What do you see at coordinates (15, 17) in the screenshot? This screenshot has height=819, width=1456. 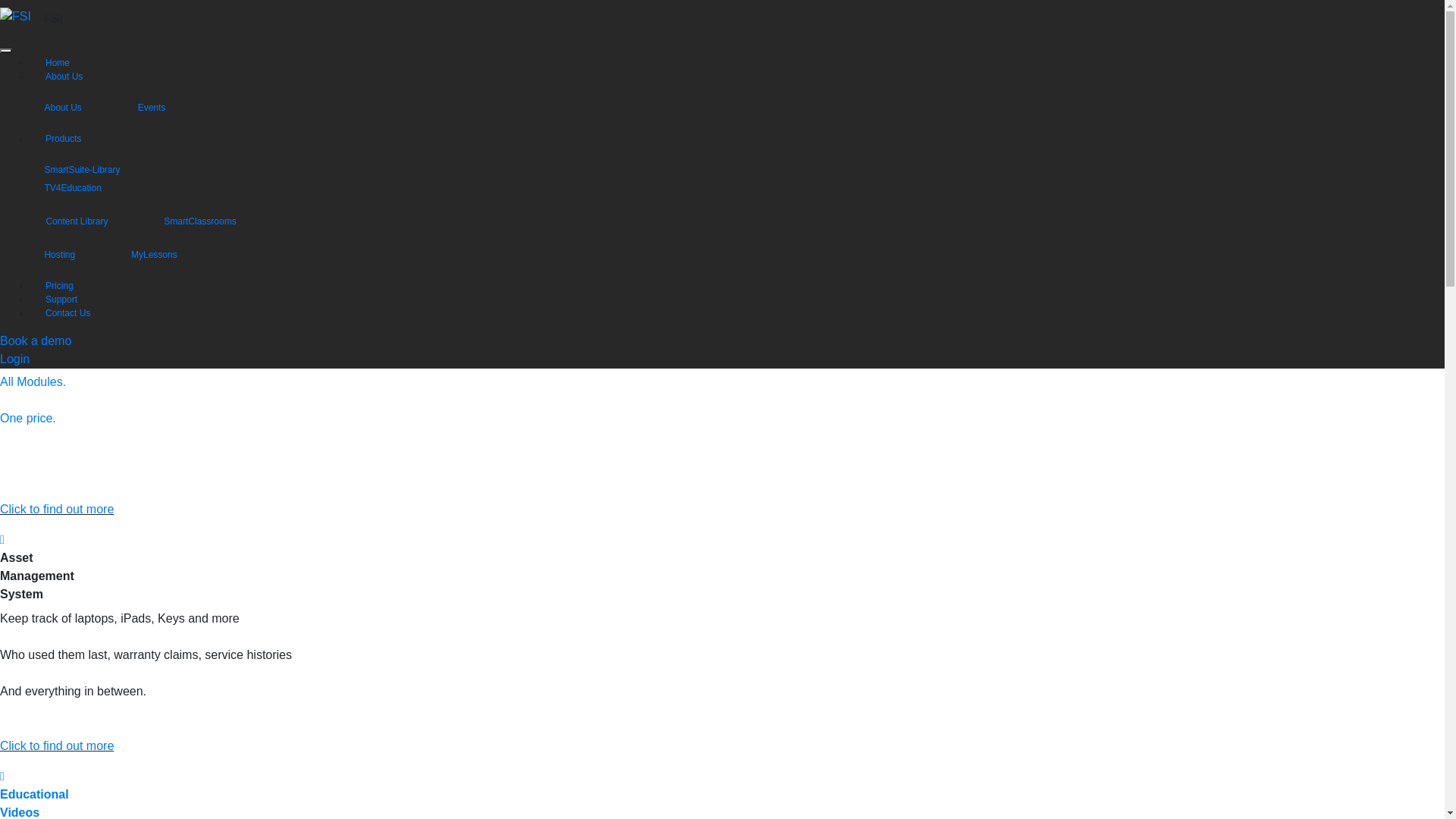 I see `'FSI'` at bounding box center [15, 17].